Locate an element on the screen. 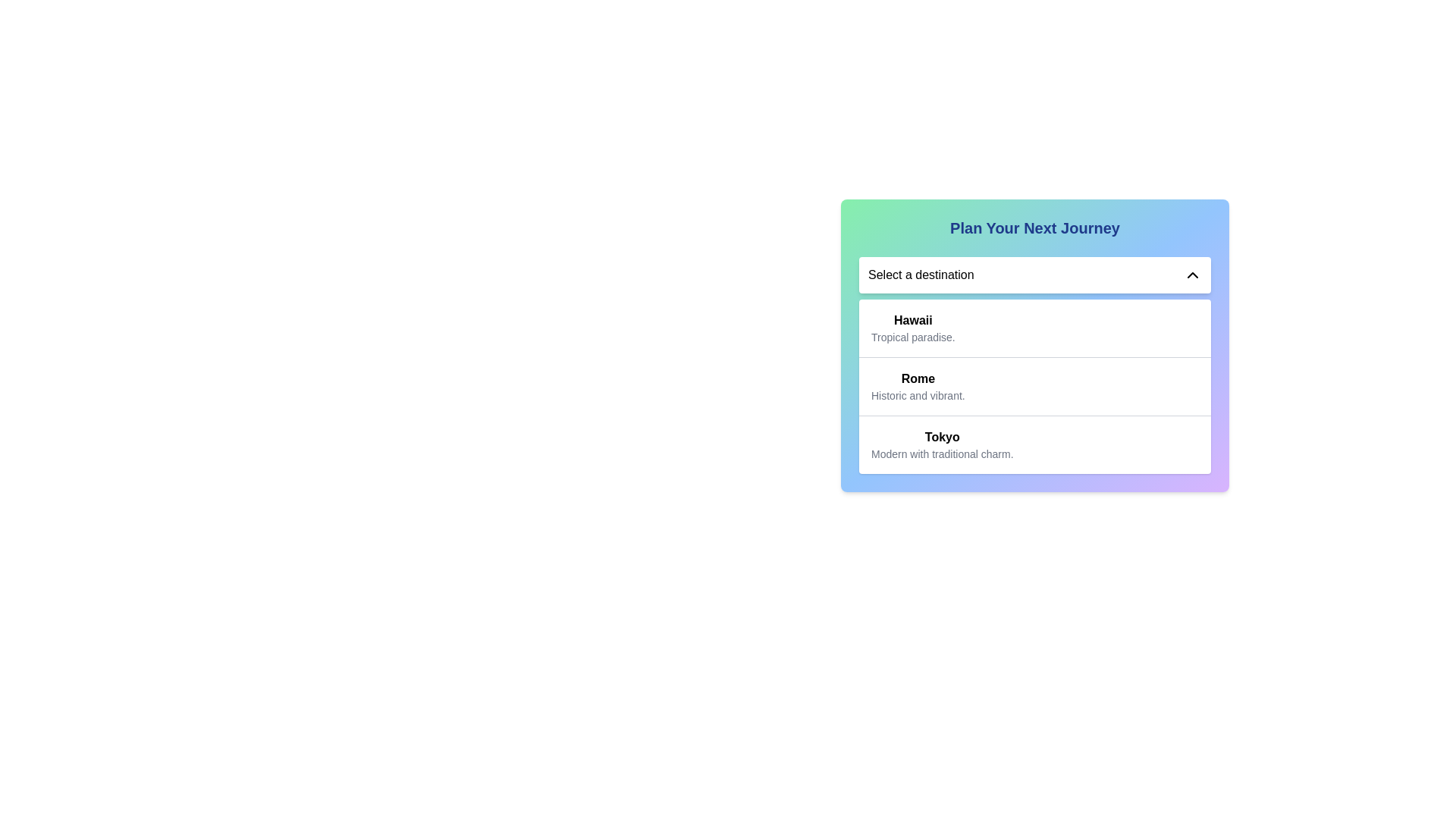 This screenshot has width=1456, height=819. the first entry of the drop-down menu labeled 'Hawaii' is located at coordinates (912, 327).